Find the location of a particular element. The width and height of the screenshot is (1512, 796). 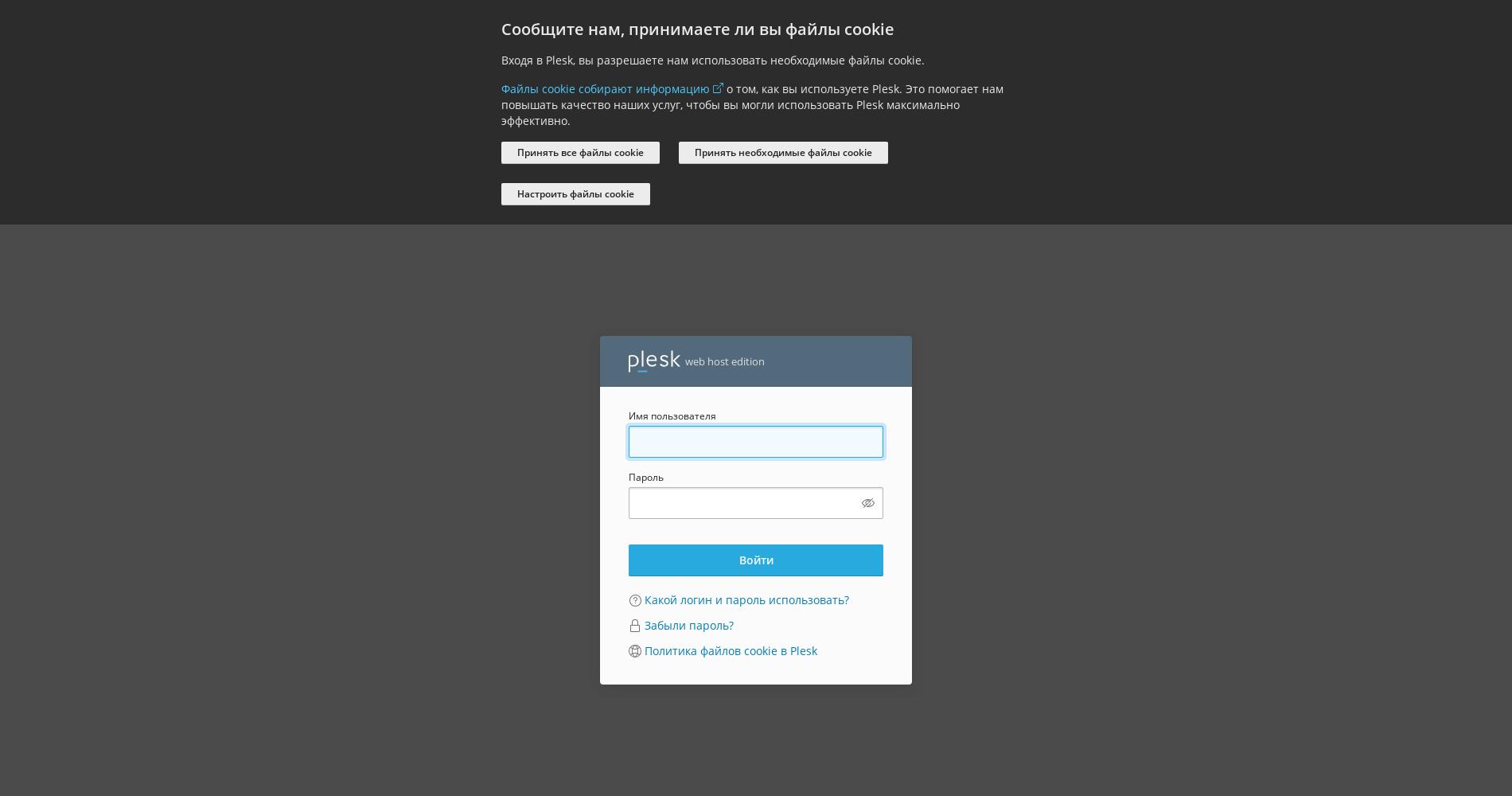

'Забыли пароль?' is located at coordinates (688, 625).